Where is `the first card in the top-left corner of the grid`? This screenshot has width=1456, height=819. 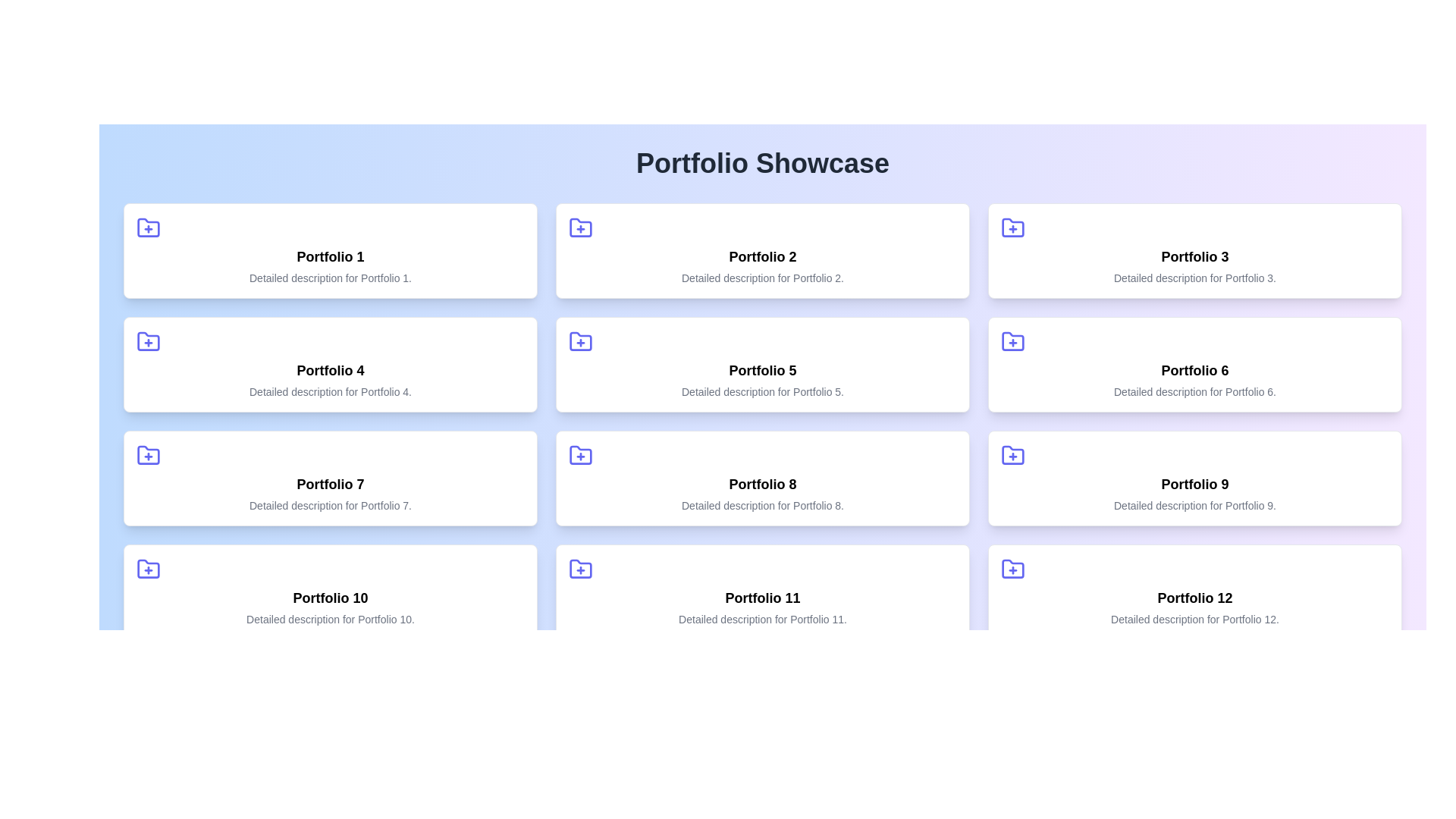
the first card in the top-left corner of the grid is located at coordinates (330, 250).